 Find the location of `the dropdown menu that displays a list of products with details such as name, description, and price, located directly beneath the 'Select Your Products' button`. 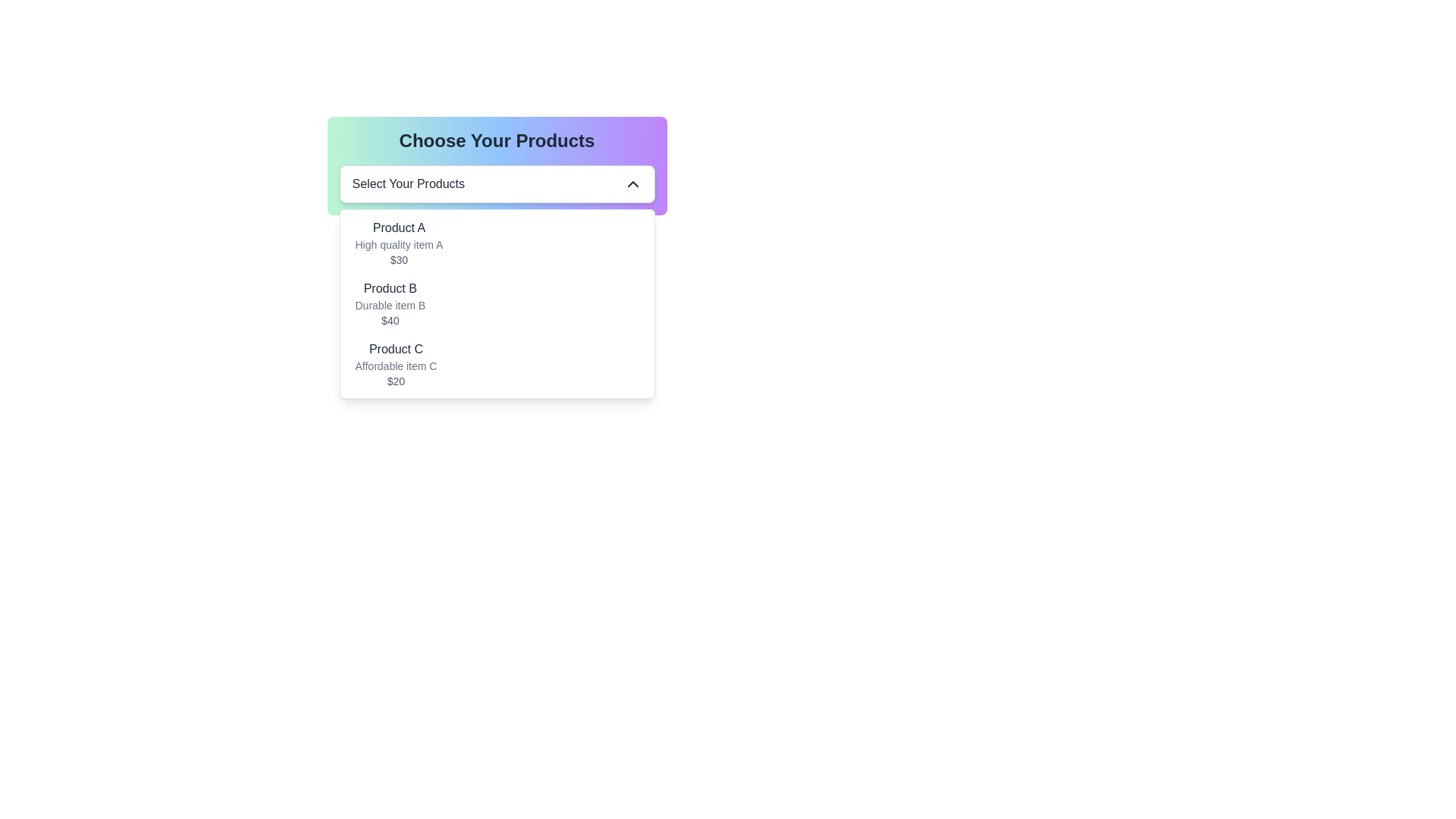

the dropdown menu that displays a list of products with details such as name, description, and price, located directly beneath the 'Select Your Products' button is located at coordinates (497, 304).